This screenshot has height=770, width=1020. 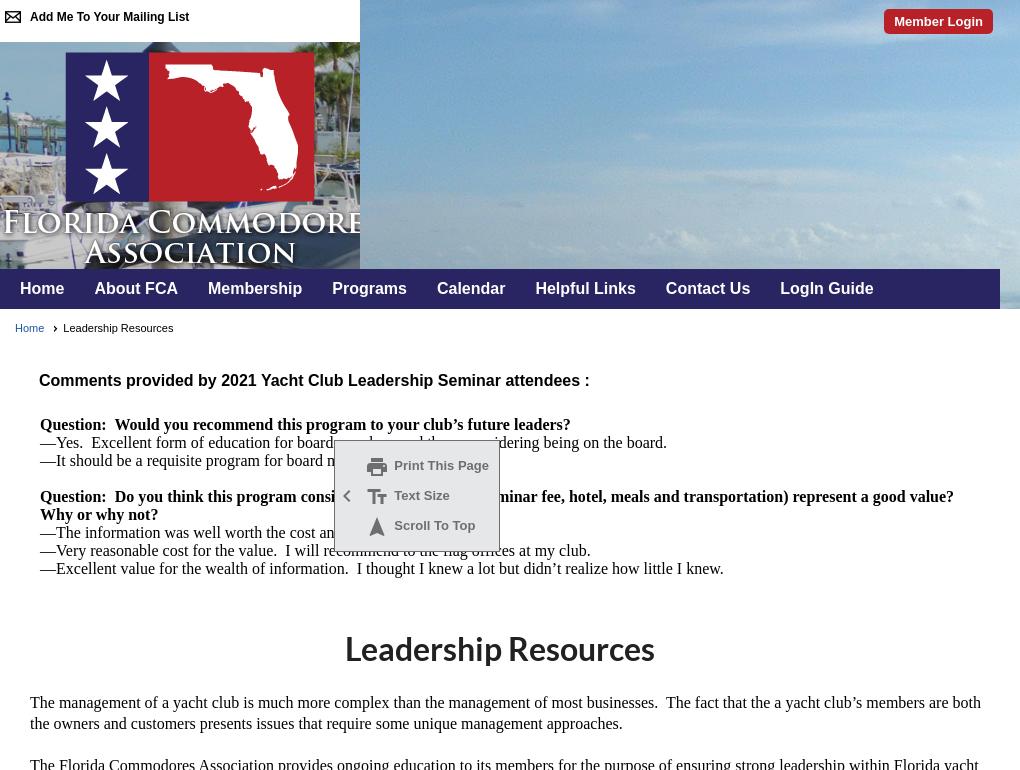 What do you see at coordinates (497, 505) in the screenshot?
I see `'Question:  Do you think this program considering all your costs (seminar fee, hotel, meals and transportation) represent a good value? Why or why not?'` at bounding box center [497, 505].